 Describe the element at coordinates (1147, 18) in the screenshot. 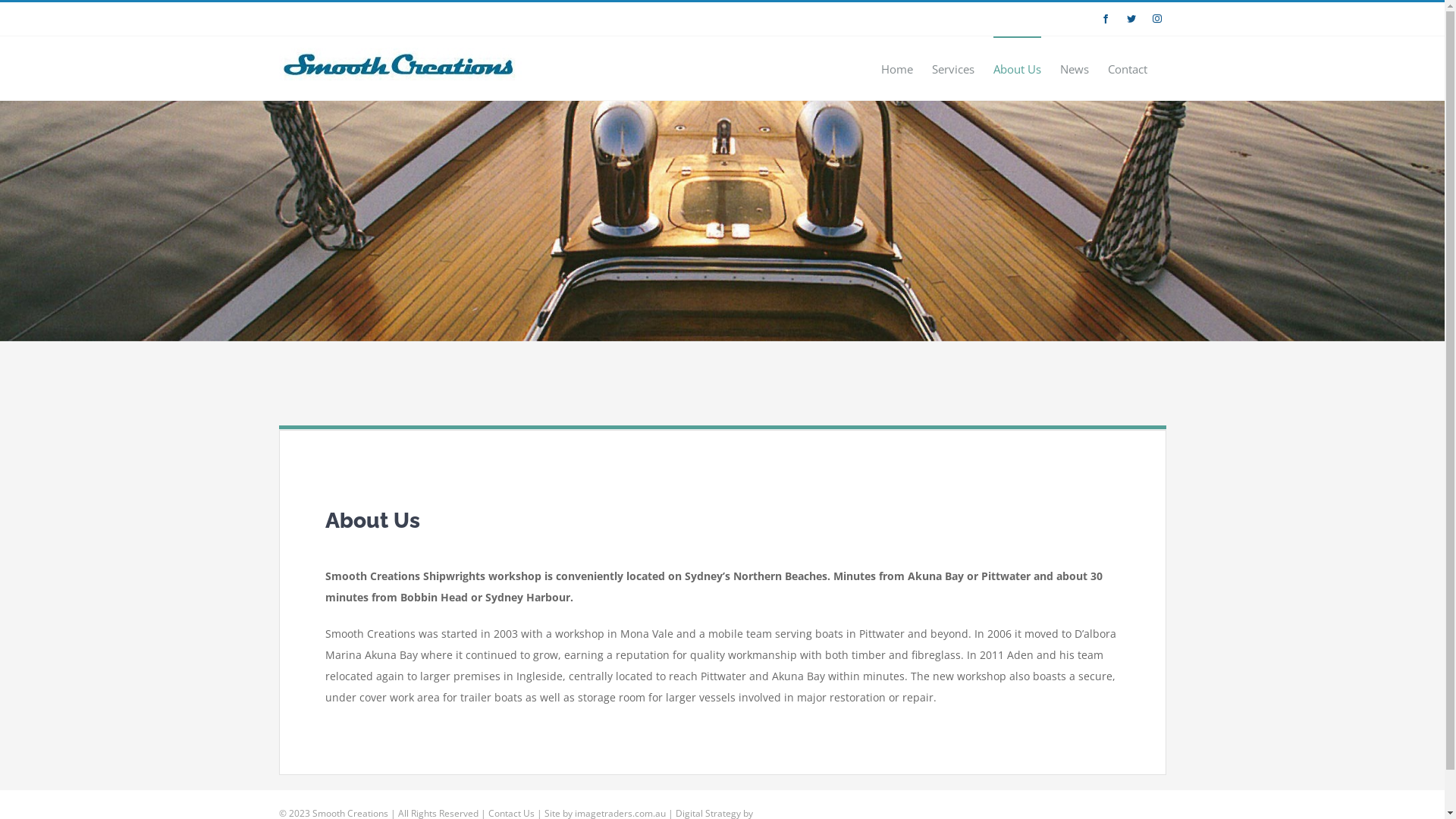

I see `'Instagram'` at that location.